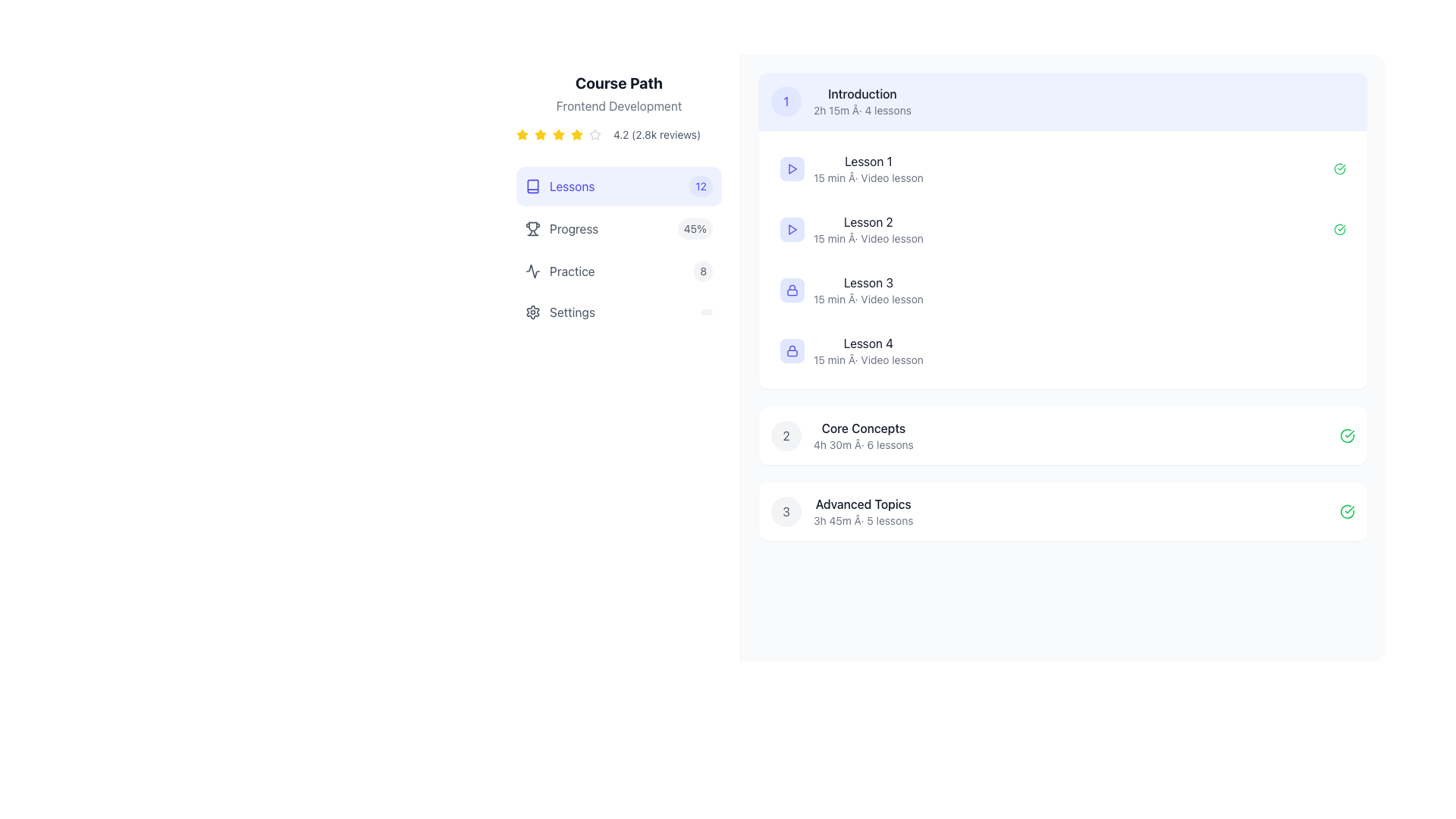 The height and width of the screenshot is (819, 1456). What do you see at coordinates (571, 271) in the screenshot?
I see `the 'Practice' text label in the vertical menu navigation` at bounding box center [571, 271].